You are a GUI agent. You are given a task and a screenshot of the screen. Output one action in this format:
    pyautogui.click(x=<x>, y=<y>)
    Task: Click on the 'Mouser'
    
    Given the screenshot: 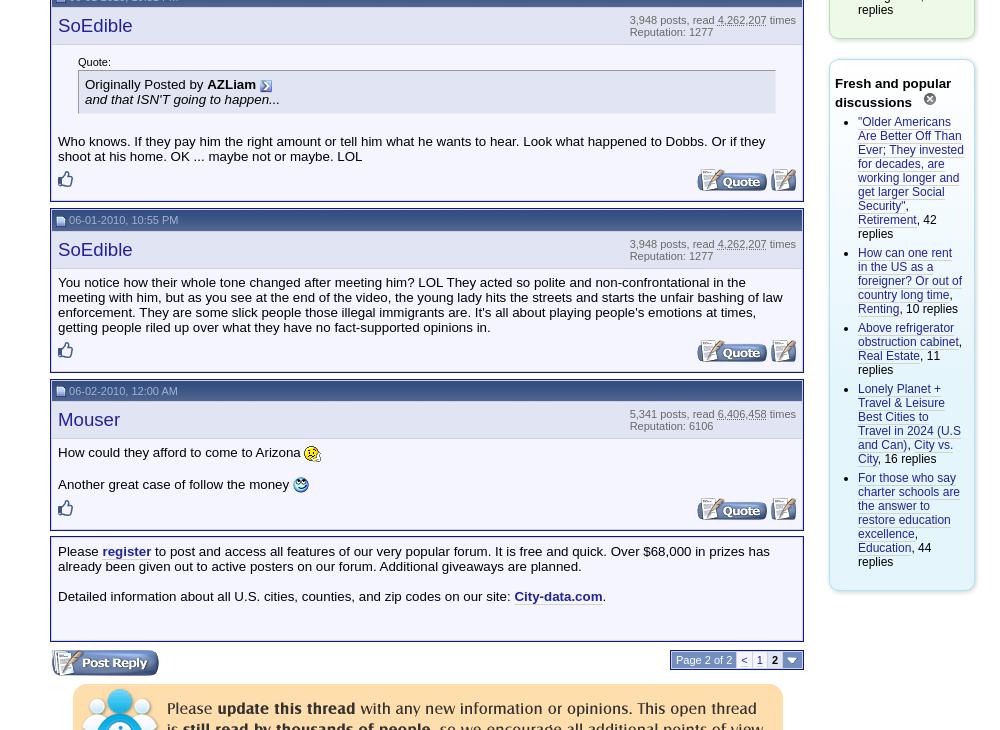 What is the action you would take?
    pyautogui.click(x=58, y=418)
    